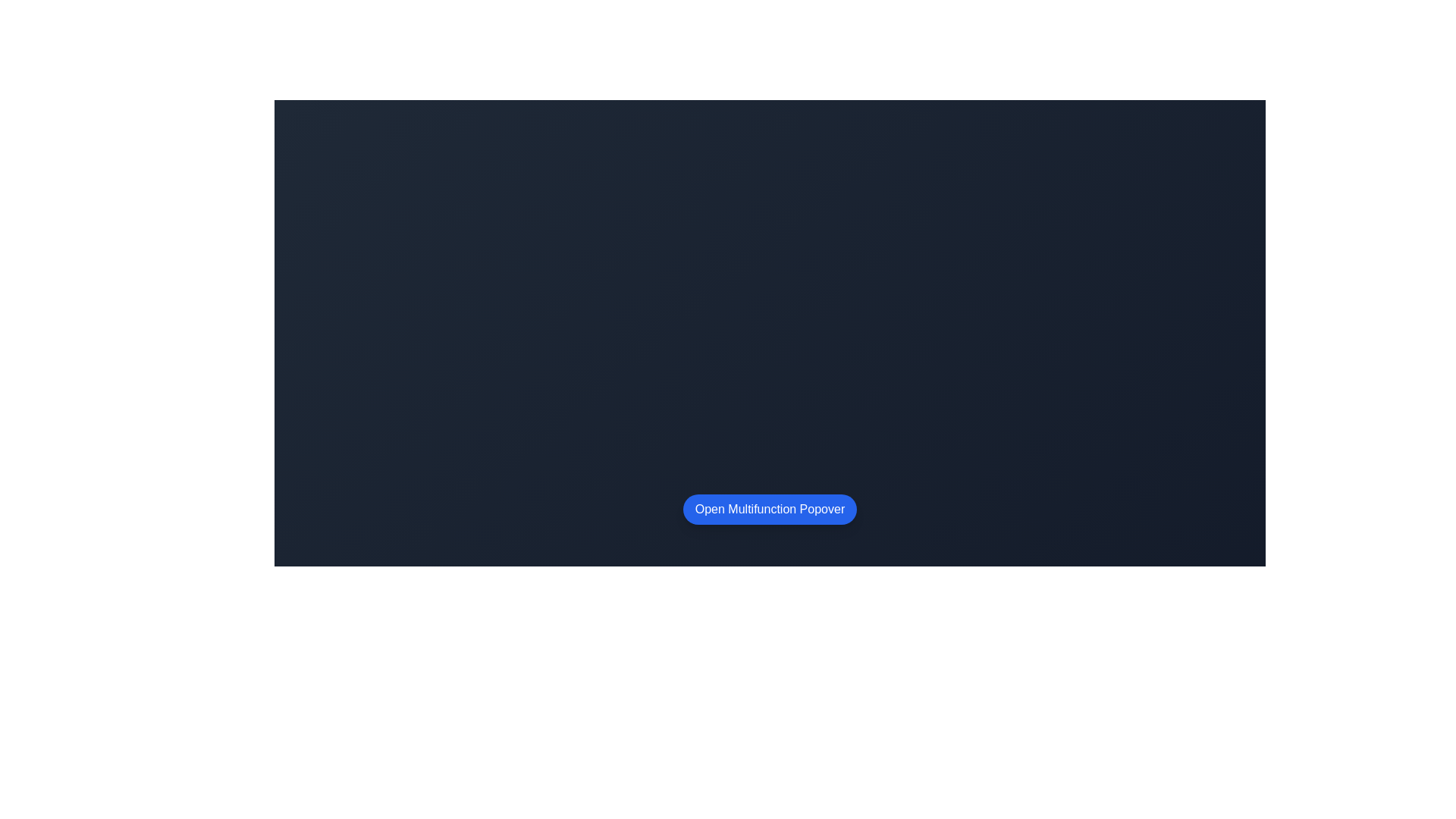  I want to click on the blue, oval-shaped button labeled 'Open Multifunction Popover', so click(770, 509).